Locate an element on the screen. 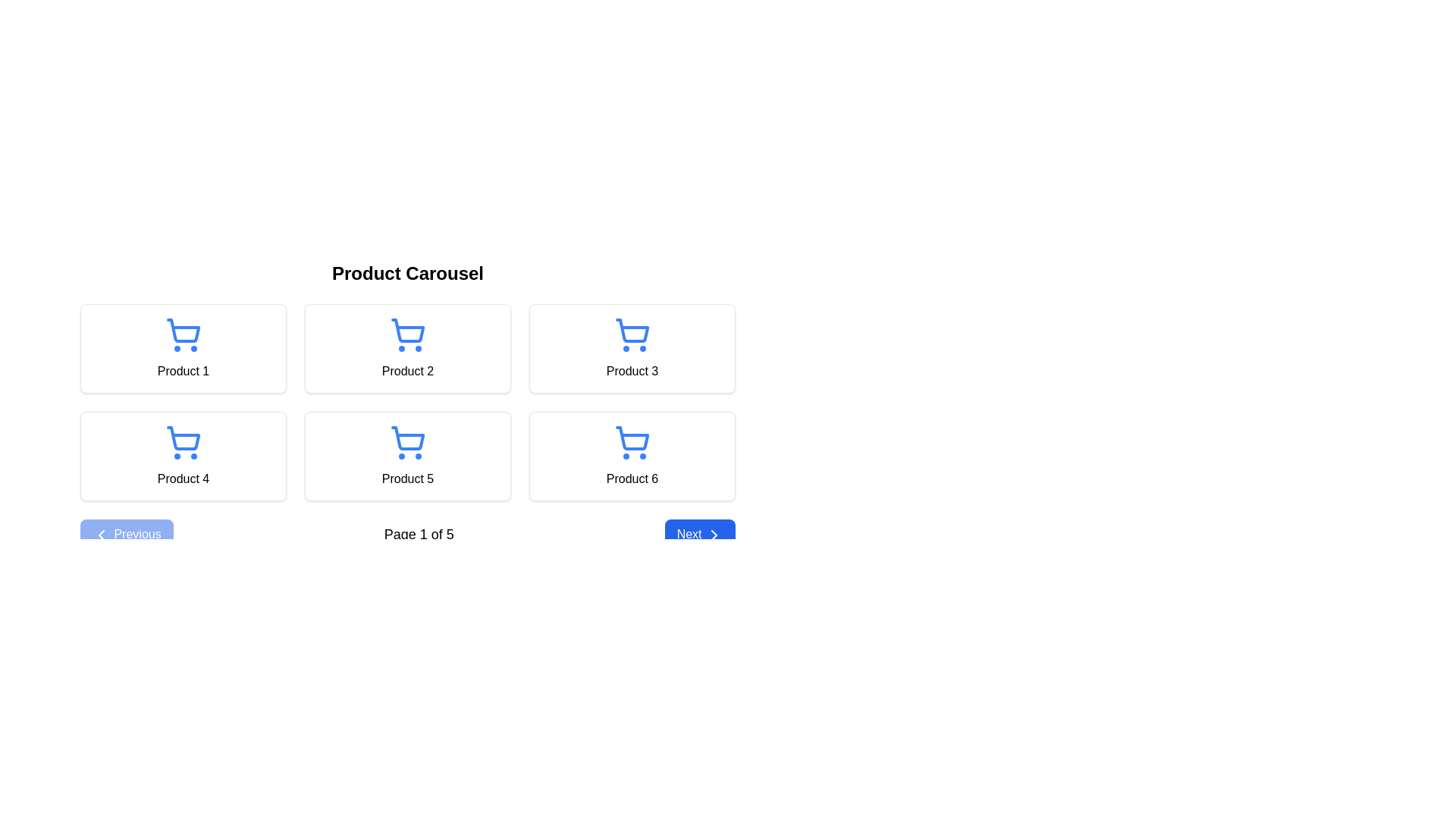  the navigation button located at the bottom of the interface, following the text 'Page 1 of 5' and the 'Previous' button is located at coordinates (699, 534).